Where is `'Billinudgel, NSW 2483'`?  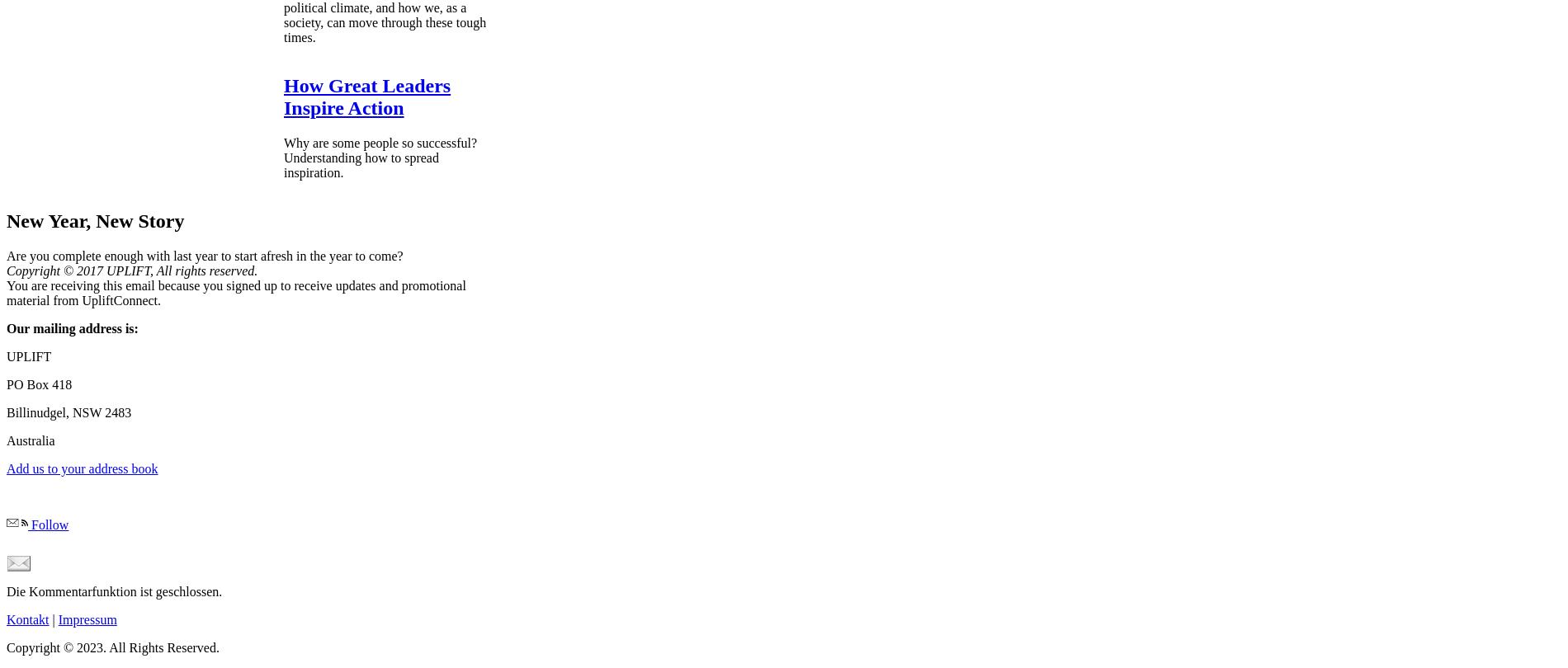 'Billinudgel, NSW 2483' is located at coordinates (68, 412).